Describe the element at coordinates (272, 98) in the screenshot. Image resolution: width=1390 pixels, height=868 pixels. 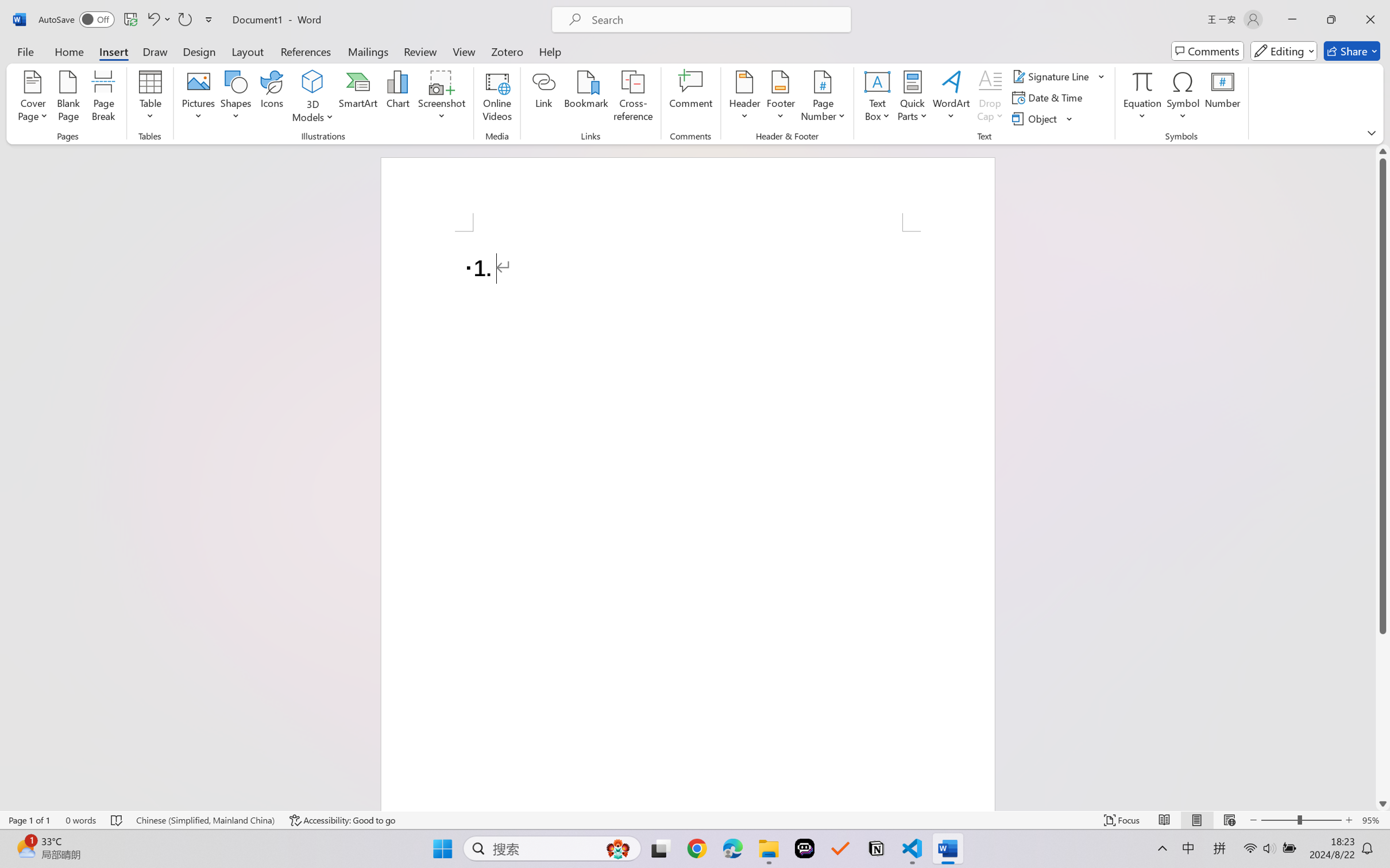
I see `'Icons'` at that location.